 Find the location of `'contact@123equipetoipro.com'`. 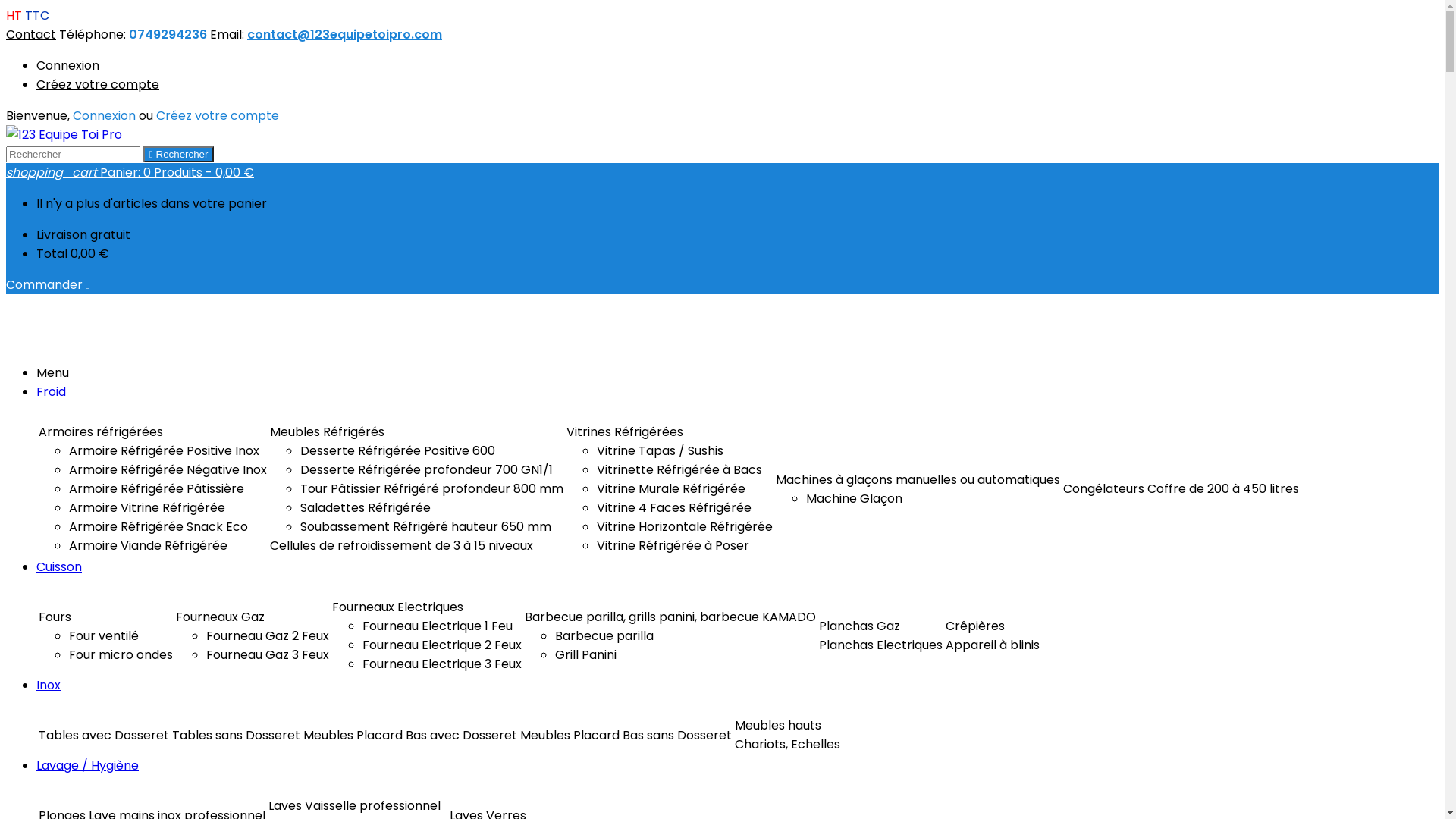

'contact@123equipetoipro.com' is located at coordinates (247, 34).